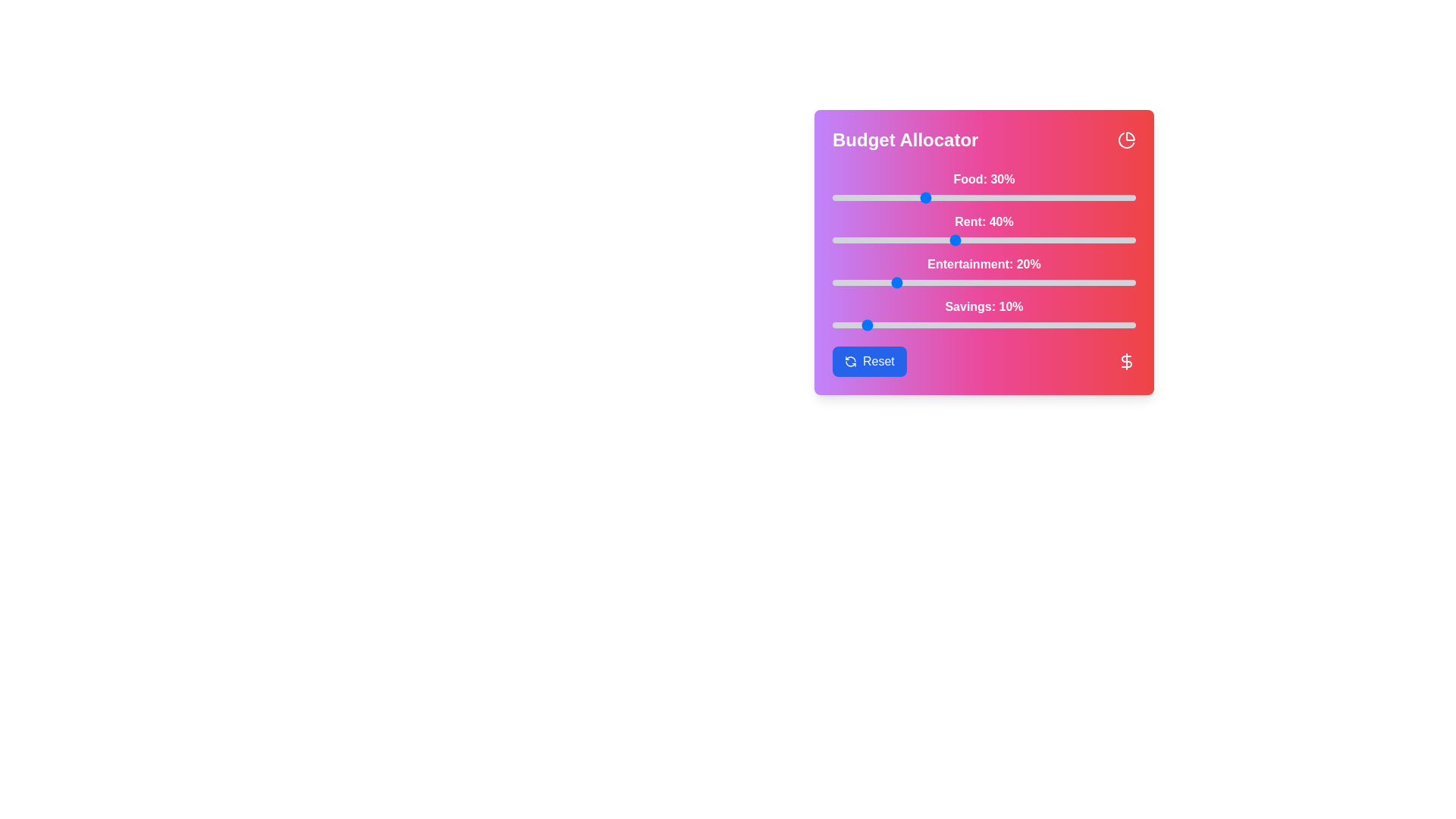 Image resolution: width=1456 pixels, height=819 pixels. I want to click on the savings percentage, so click(887, 324).